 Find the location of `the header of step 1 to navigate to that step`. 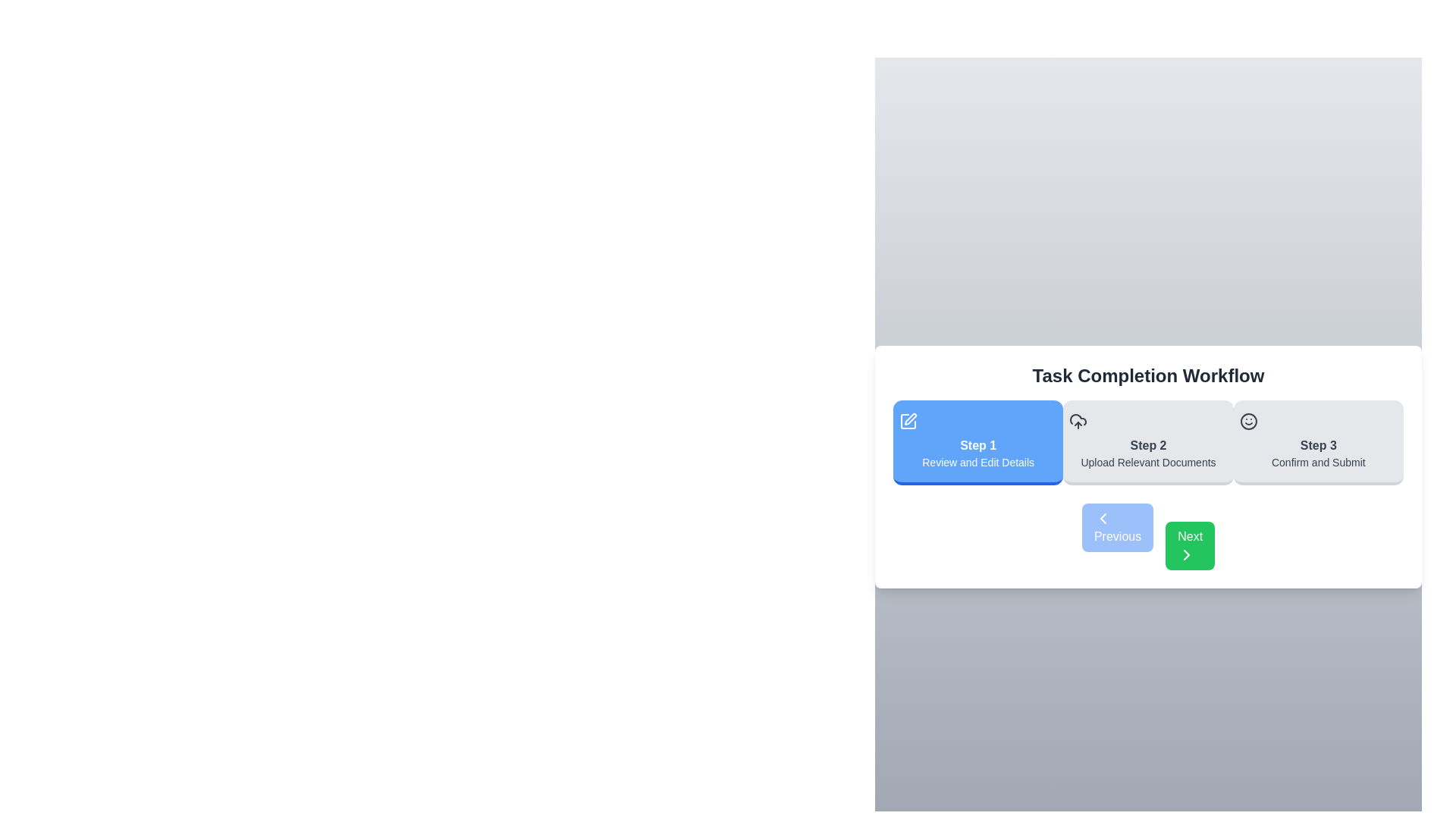

the header of step 1 to navigate to that step is located at coordinates (978, 442).